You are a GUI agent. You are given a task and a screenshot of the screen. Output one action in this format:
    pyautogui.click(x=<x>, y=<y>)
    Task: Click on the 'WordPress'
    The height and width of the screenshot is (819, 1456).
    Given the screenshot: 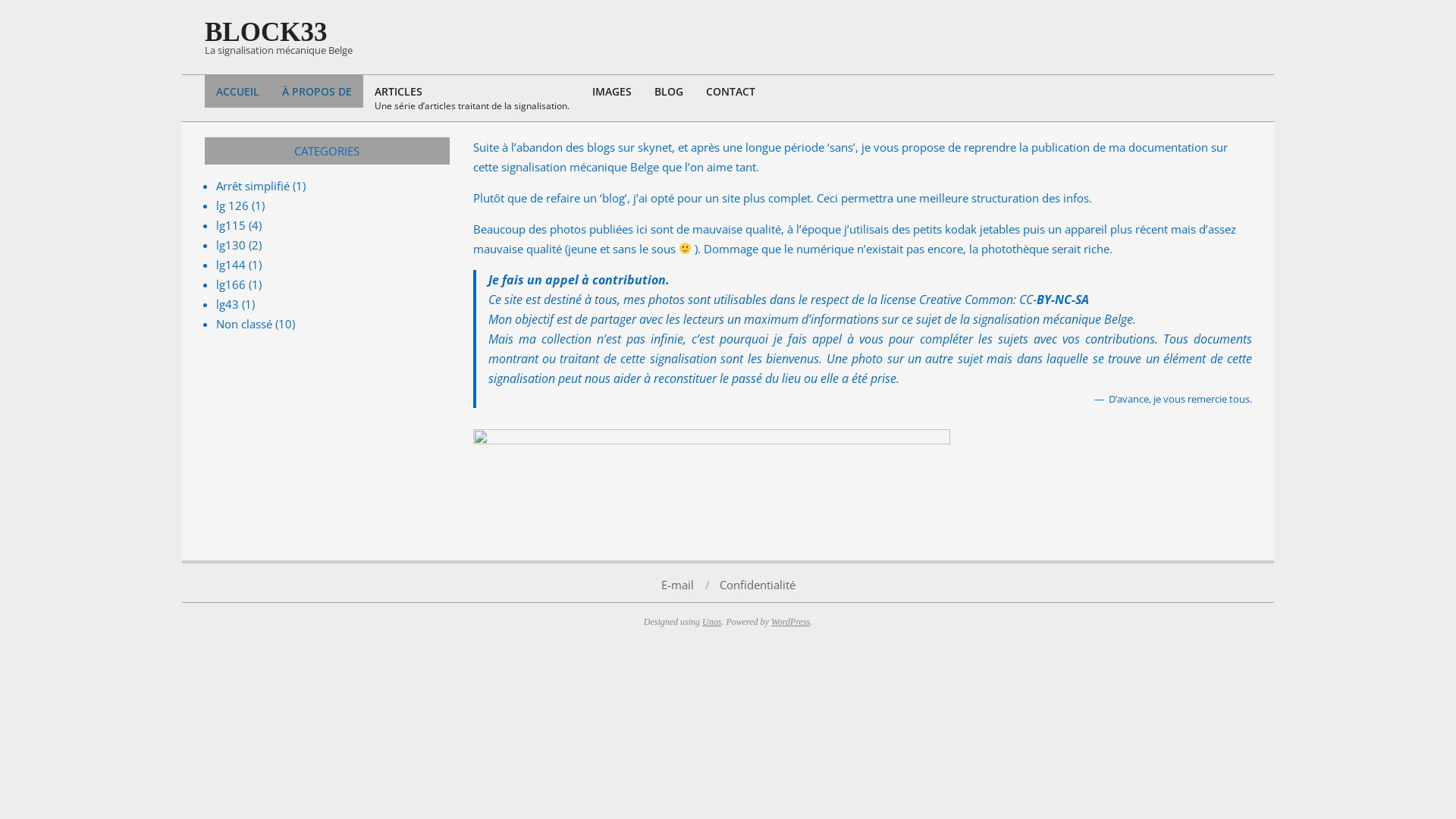 What is the action you would take?
    pyautogui.click(x=789, y=620)
    